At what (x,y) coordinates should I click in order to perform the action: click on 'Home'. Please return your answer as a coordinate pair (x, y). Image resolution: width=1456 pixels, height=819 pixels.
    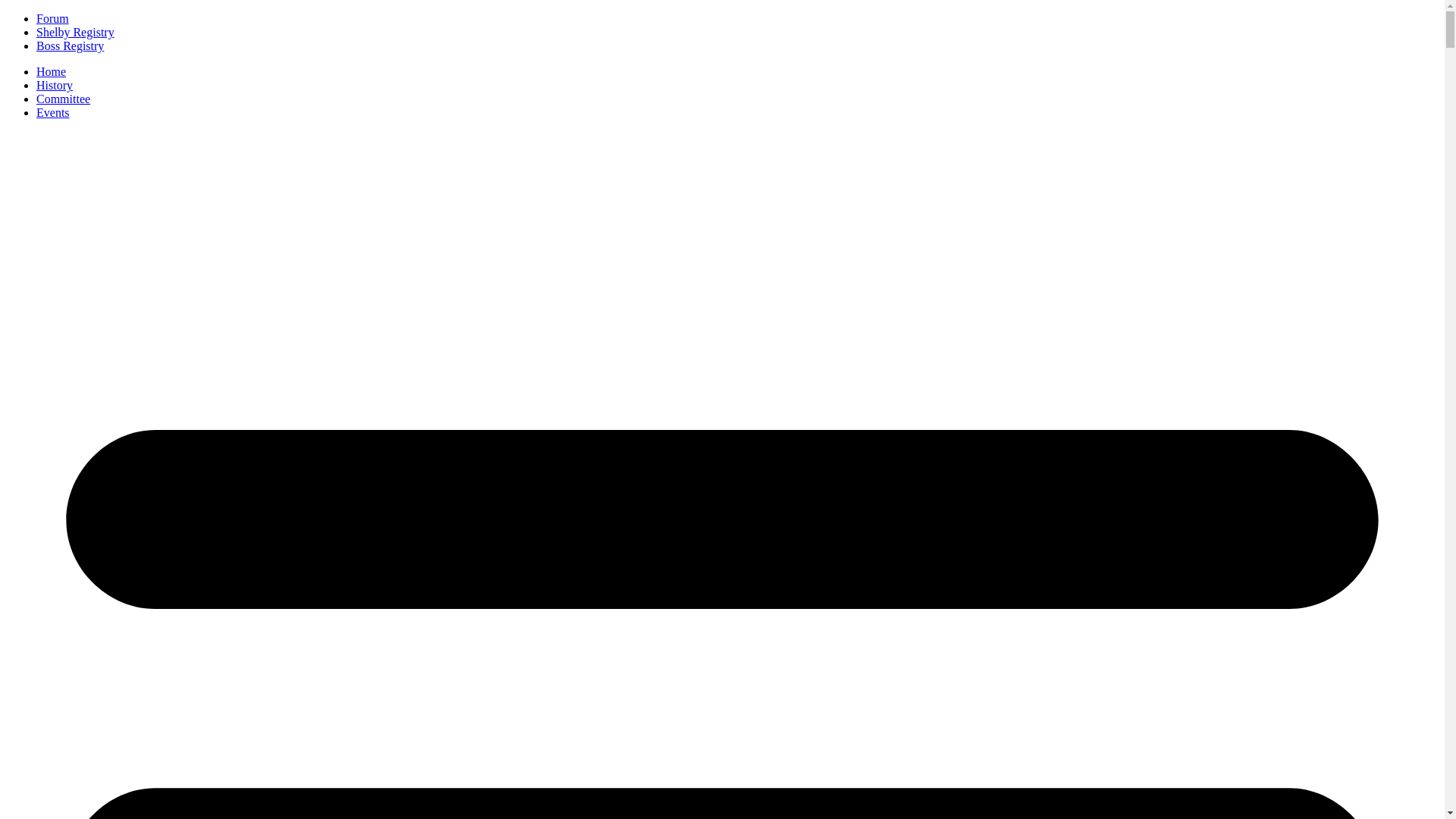
    Looking at the image, I should click on (51, 71).